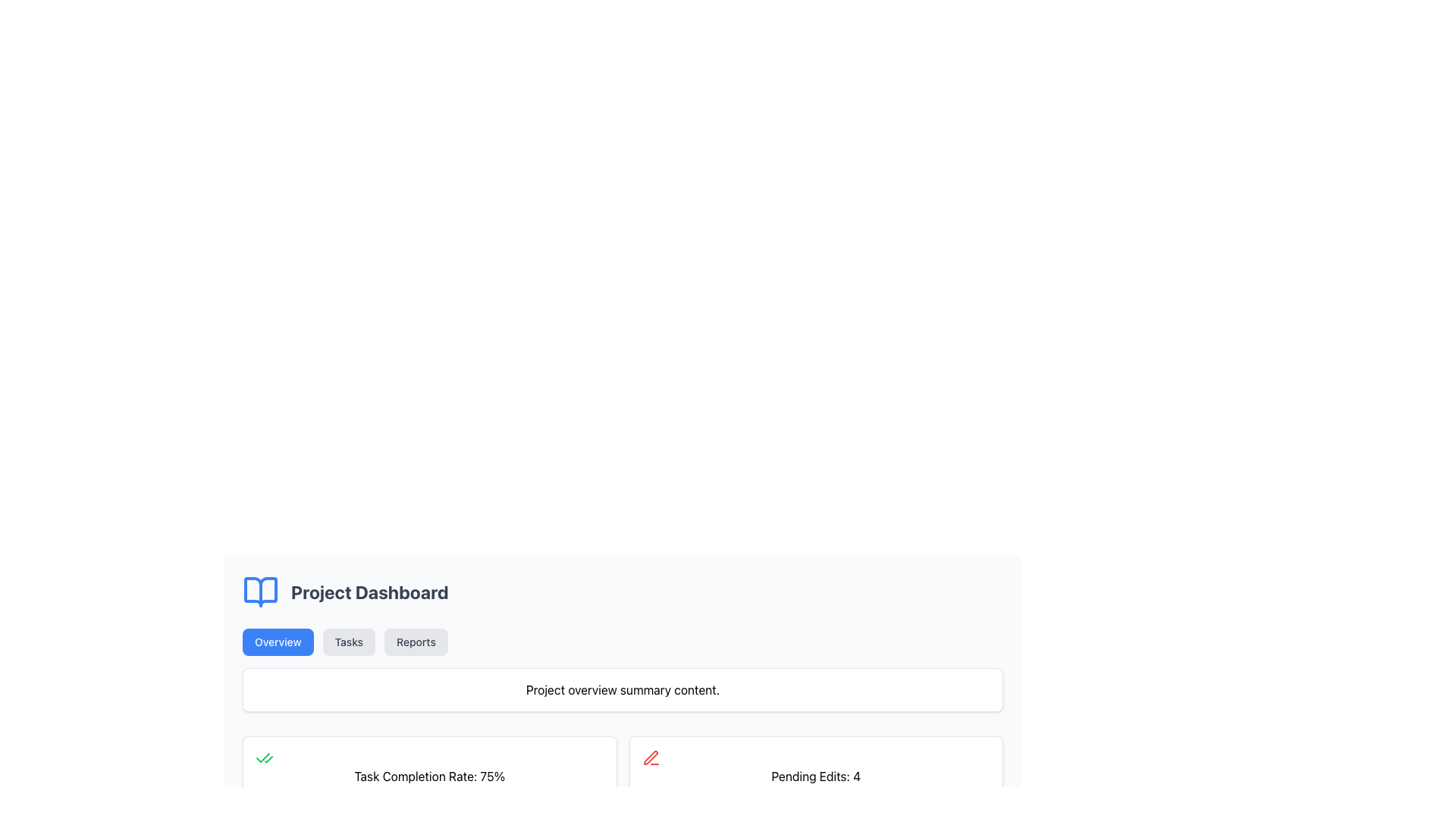 The height and width of the screenshot is (819, 1456). I want to click on information displayed on the Informational card showing the current count of pending edits, which is located in the lower portion of the interface and is the second item in a row of similar cards, so click(815, 767).